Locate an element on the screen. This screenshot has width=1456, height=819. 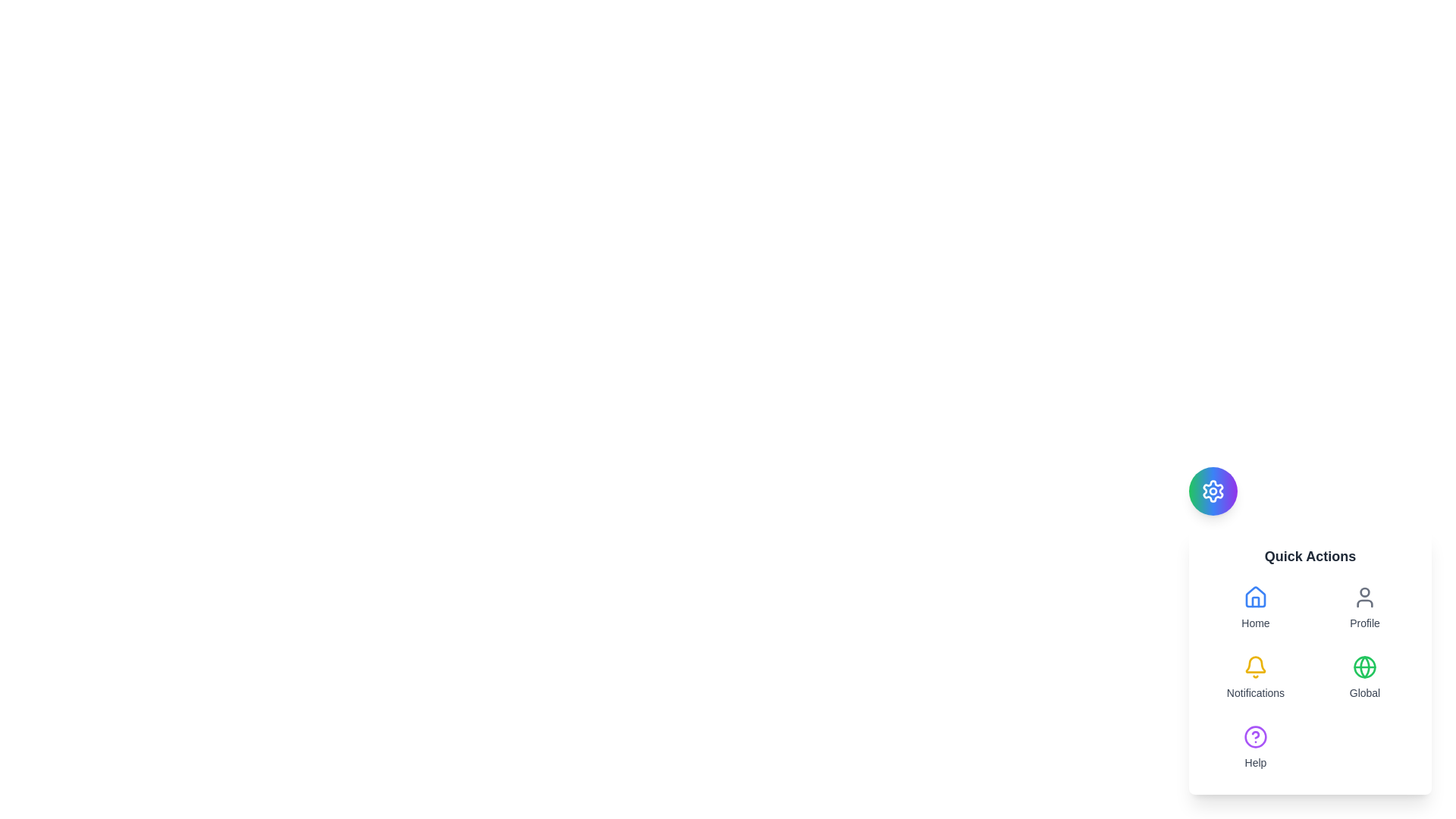
the 'Help' text label located at the bottom-right corner of the interface, styled in a small gray font is located at coordinates (1256, 763).